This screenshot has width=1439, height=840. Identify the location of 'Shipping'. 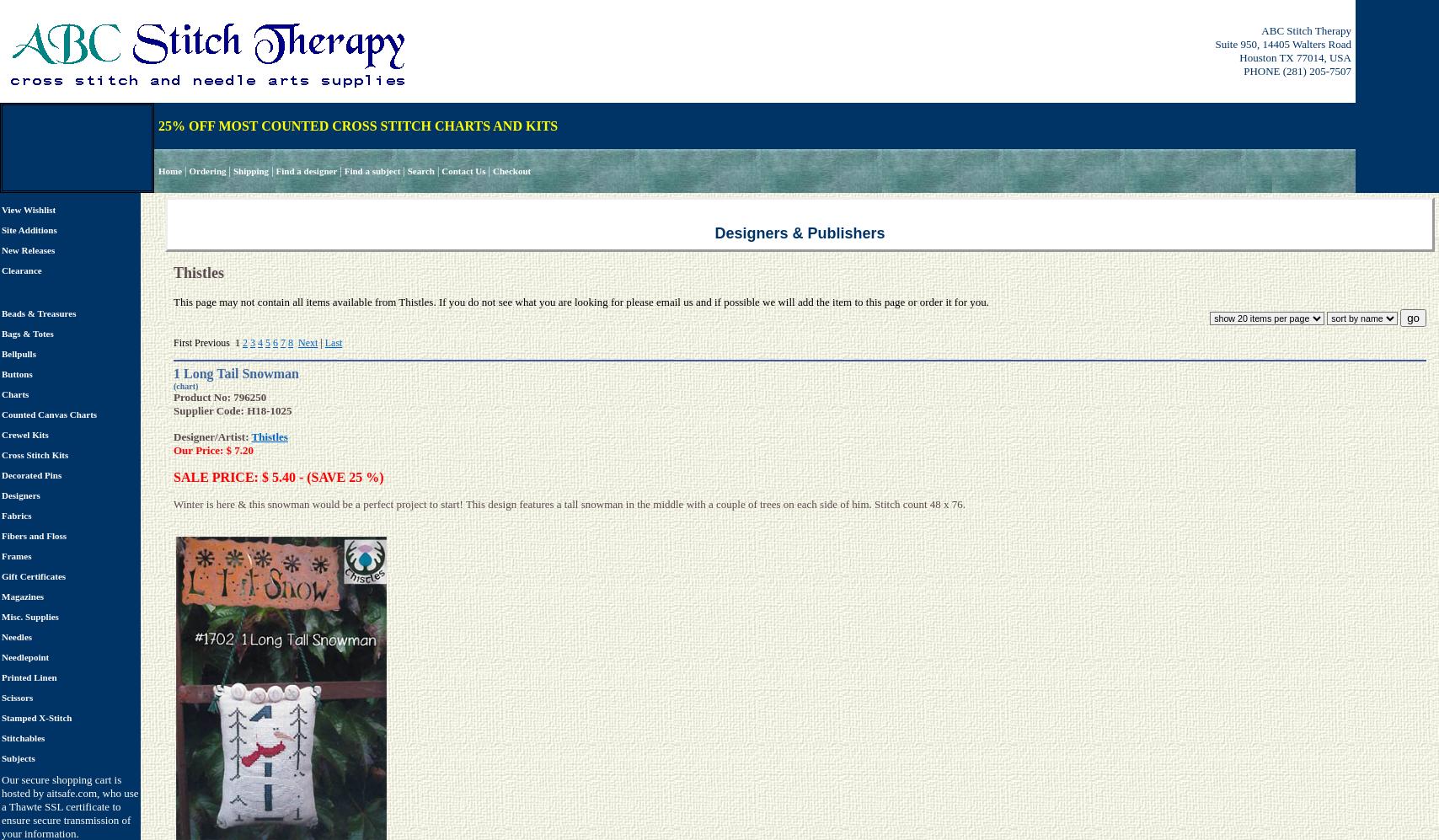
(250, 169).